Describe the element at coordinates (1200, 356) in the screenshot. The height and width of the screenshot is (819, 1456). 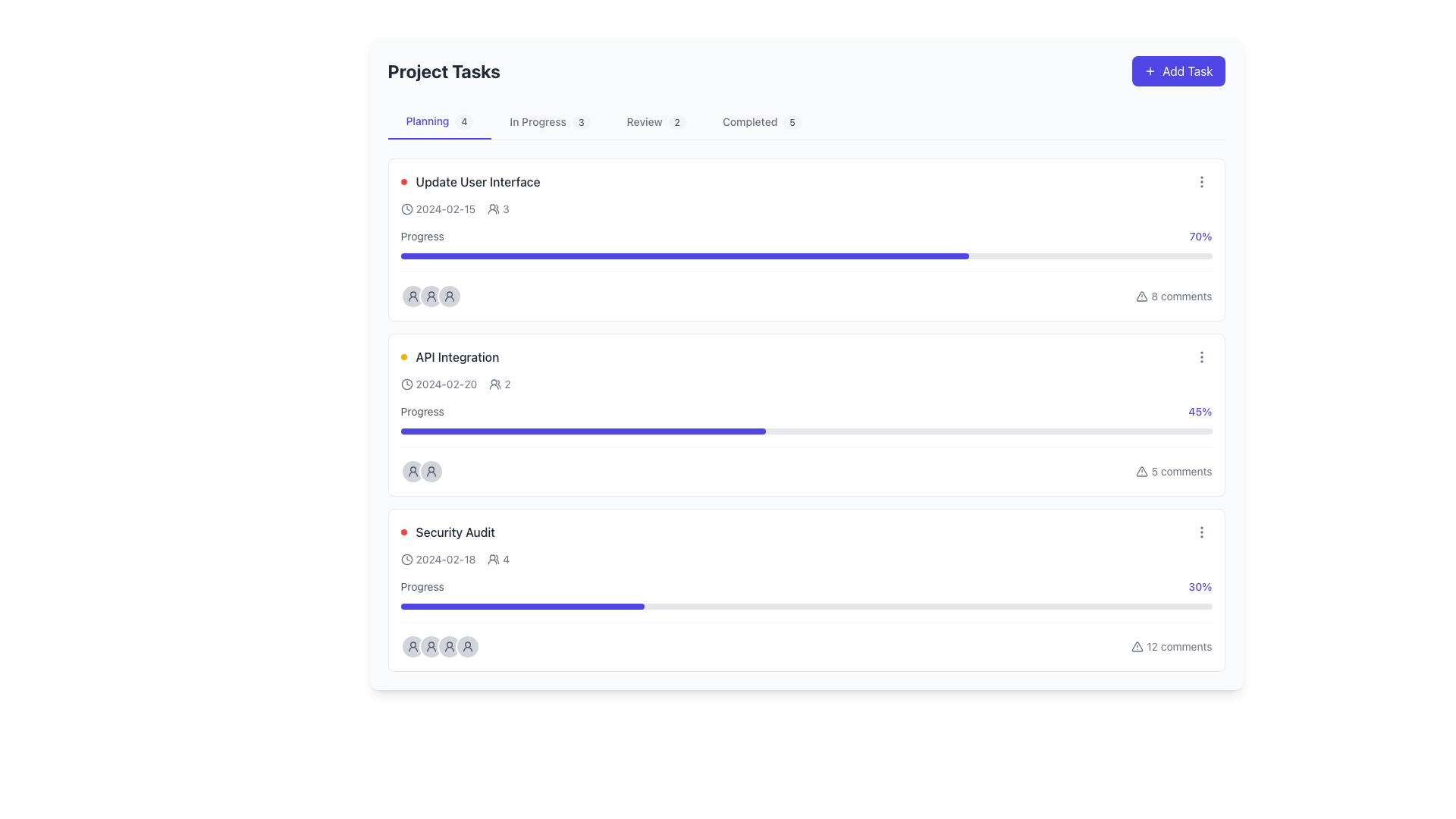
I see `the 'more options' button located in the top-right corner of the 'API Integration' task section` at that location.